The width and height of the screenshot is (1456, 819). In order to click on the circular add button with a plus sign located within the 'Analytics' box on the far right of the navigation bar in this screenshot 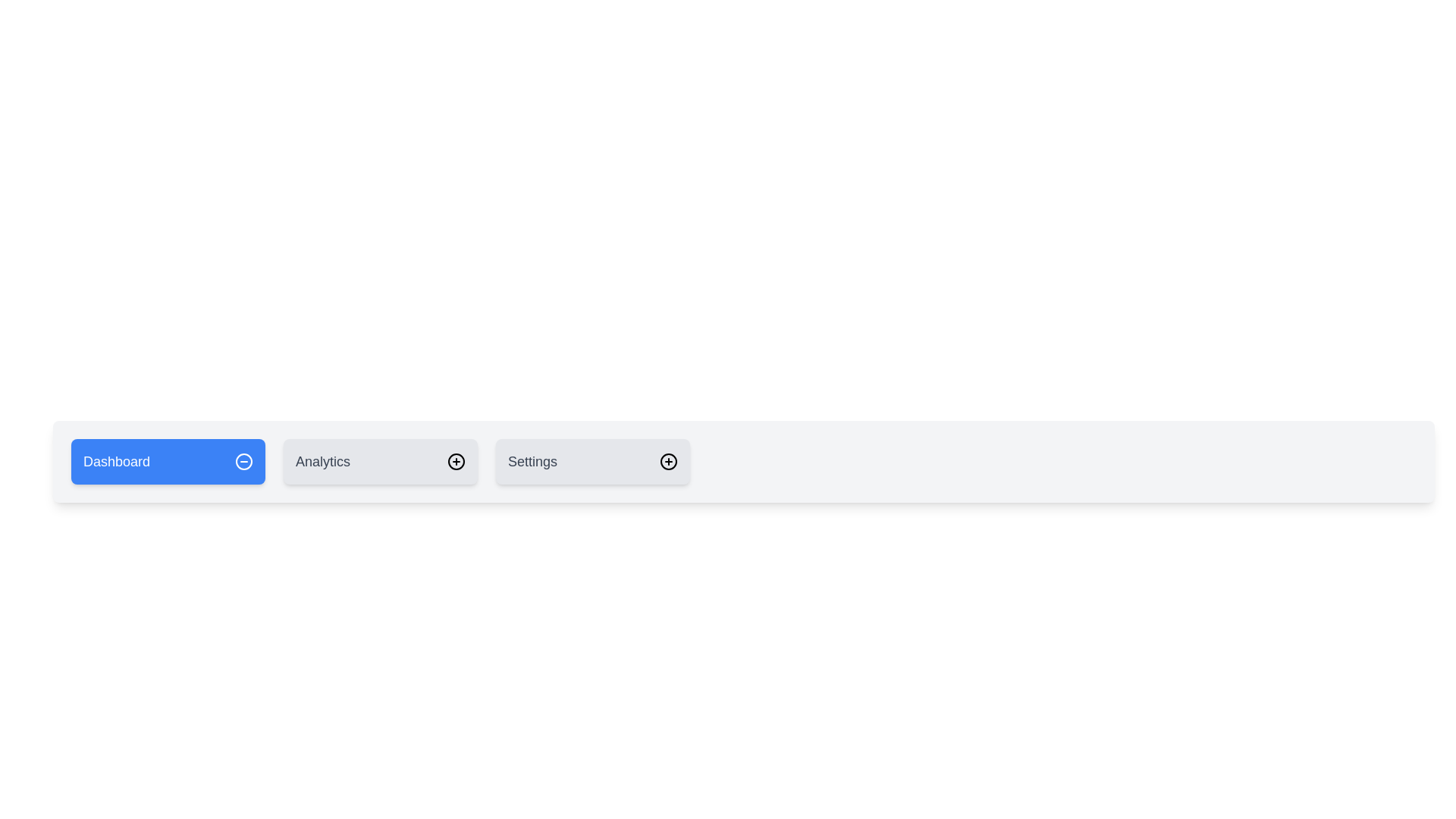, I will do `click(455, 461)`.